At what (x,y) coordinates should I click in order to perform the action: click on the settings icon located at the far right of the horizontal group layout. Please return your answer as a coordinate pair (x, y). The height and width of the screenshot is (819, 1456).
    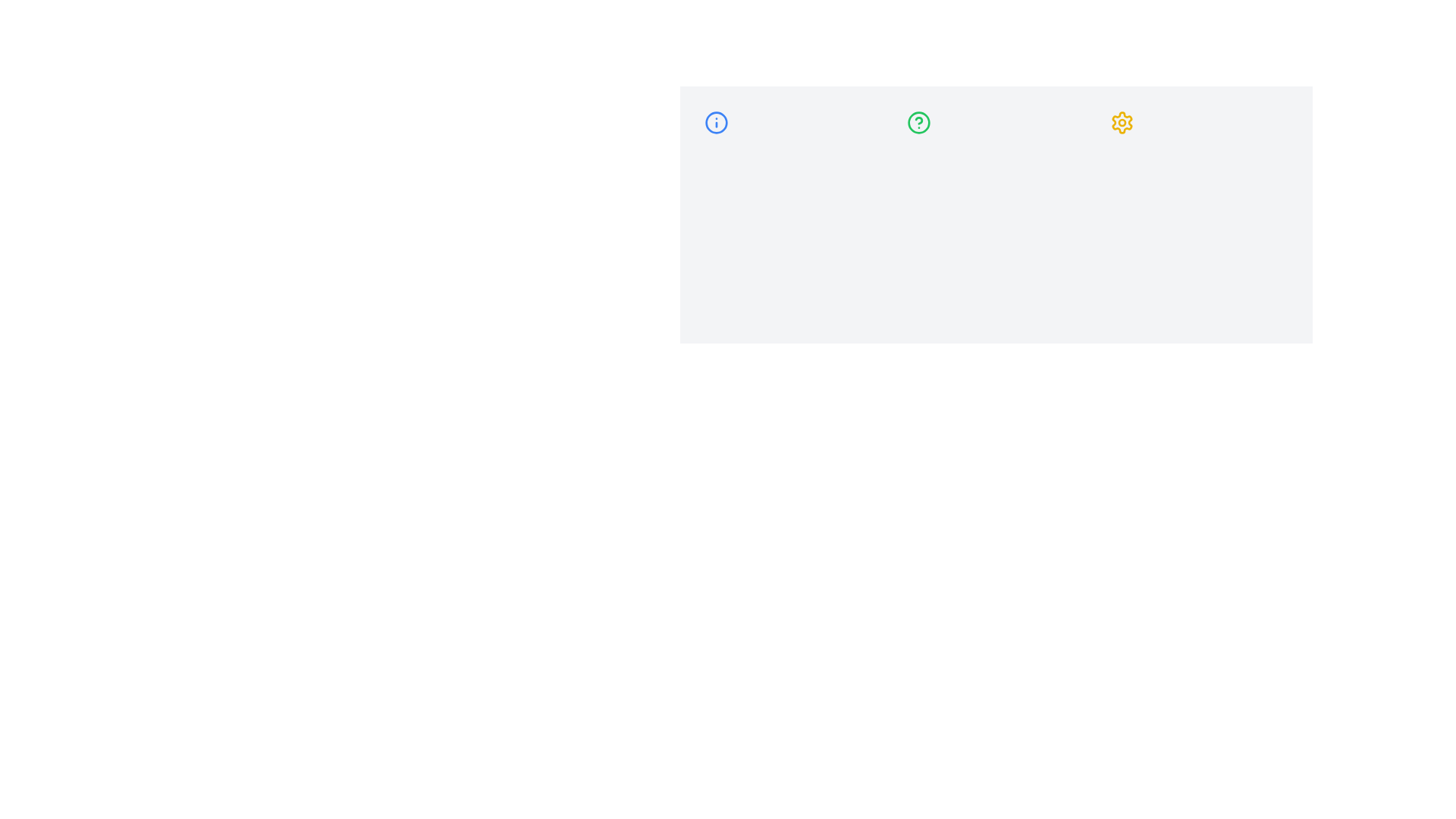
    Looking at the image, I should click on (1122, 122).